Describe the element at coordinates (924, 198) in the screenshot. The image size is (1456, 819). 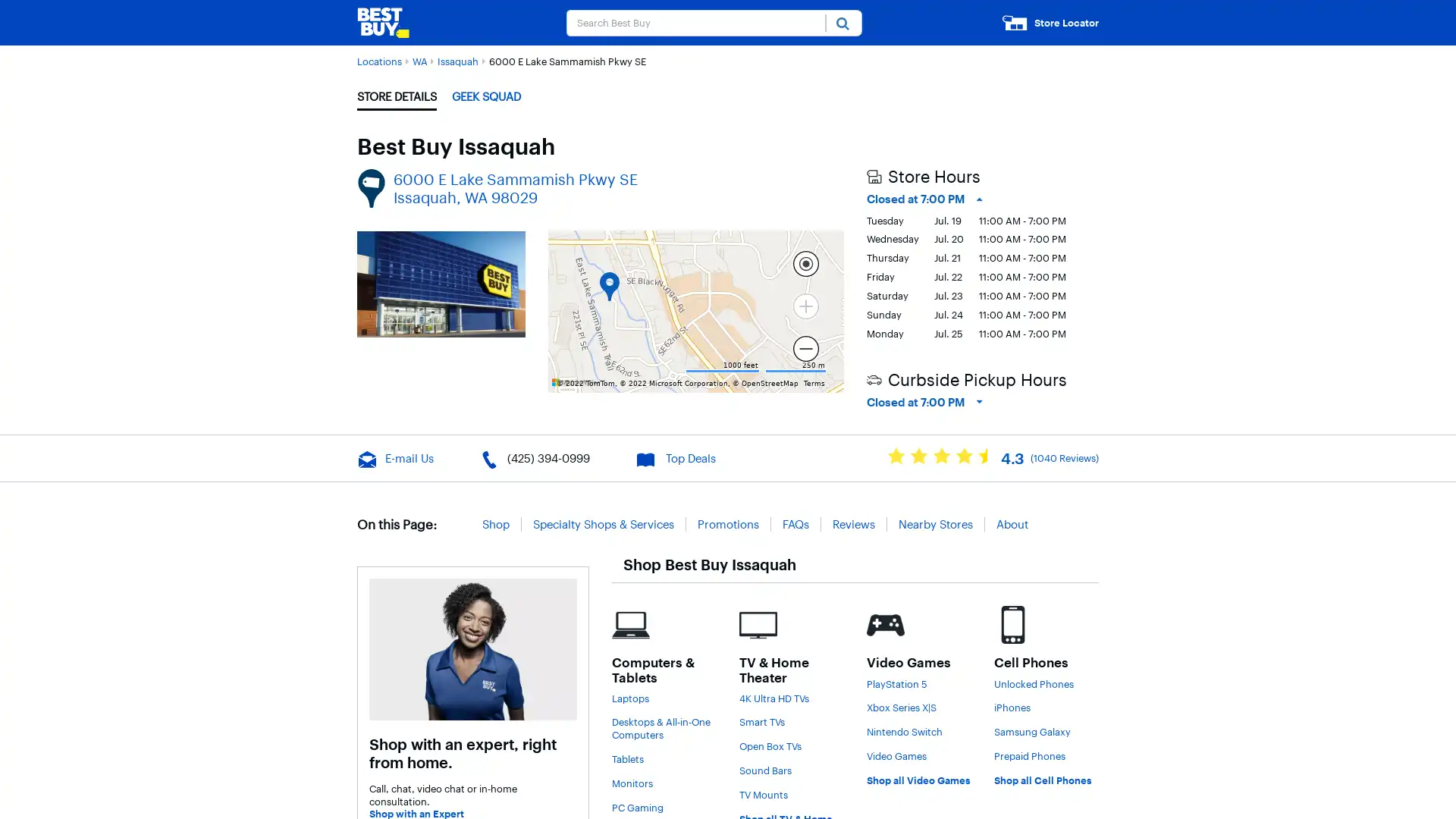
I see `Closed at 7:00 PM` at that location.